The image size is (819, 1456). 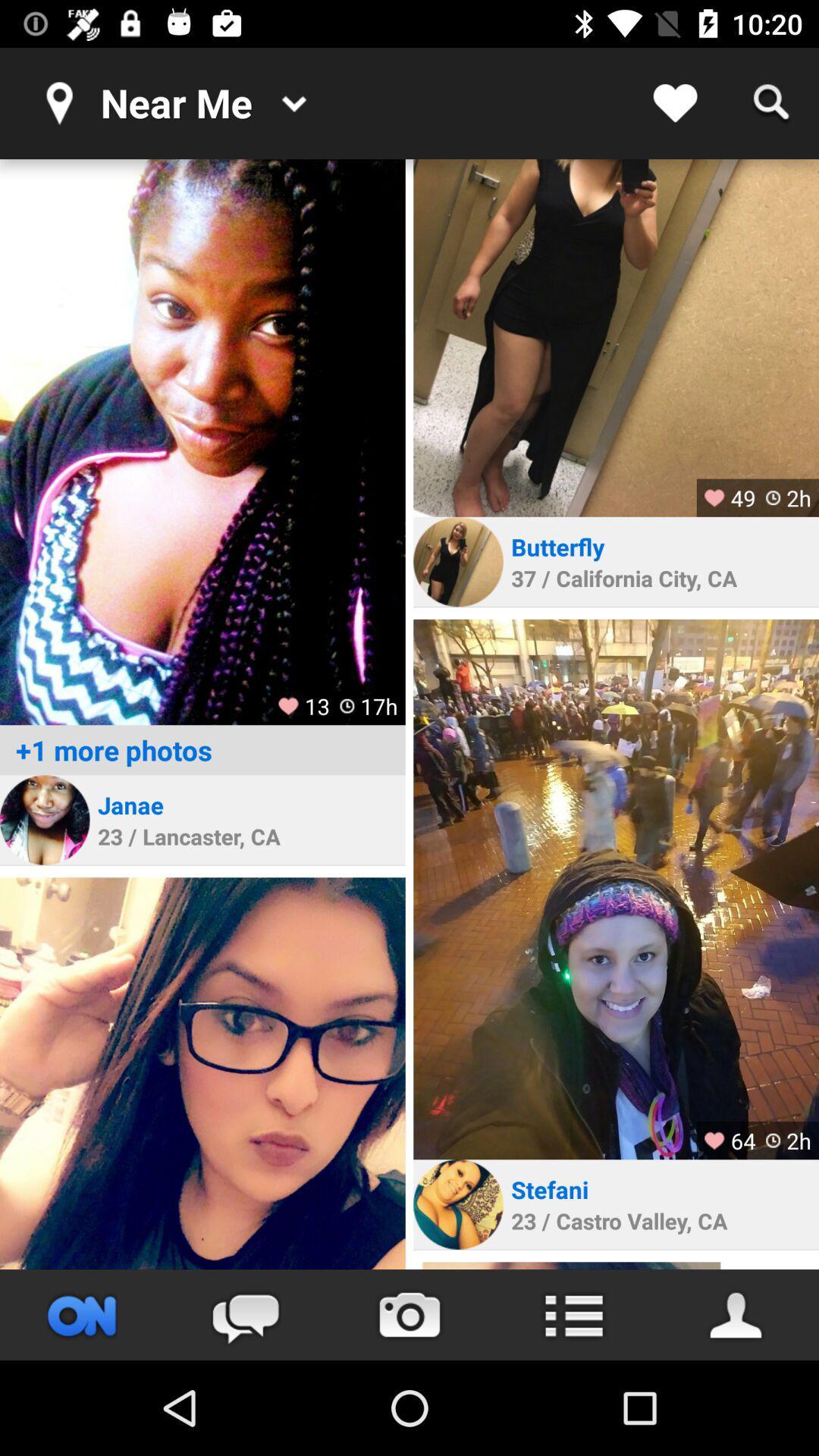 I want to click on click photo, so click(x=616, y=337).